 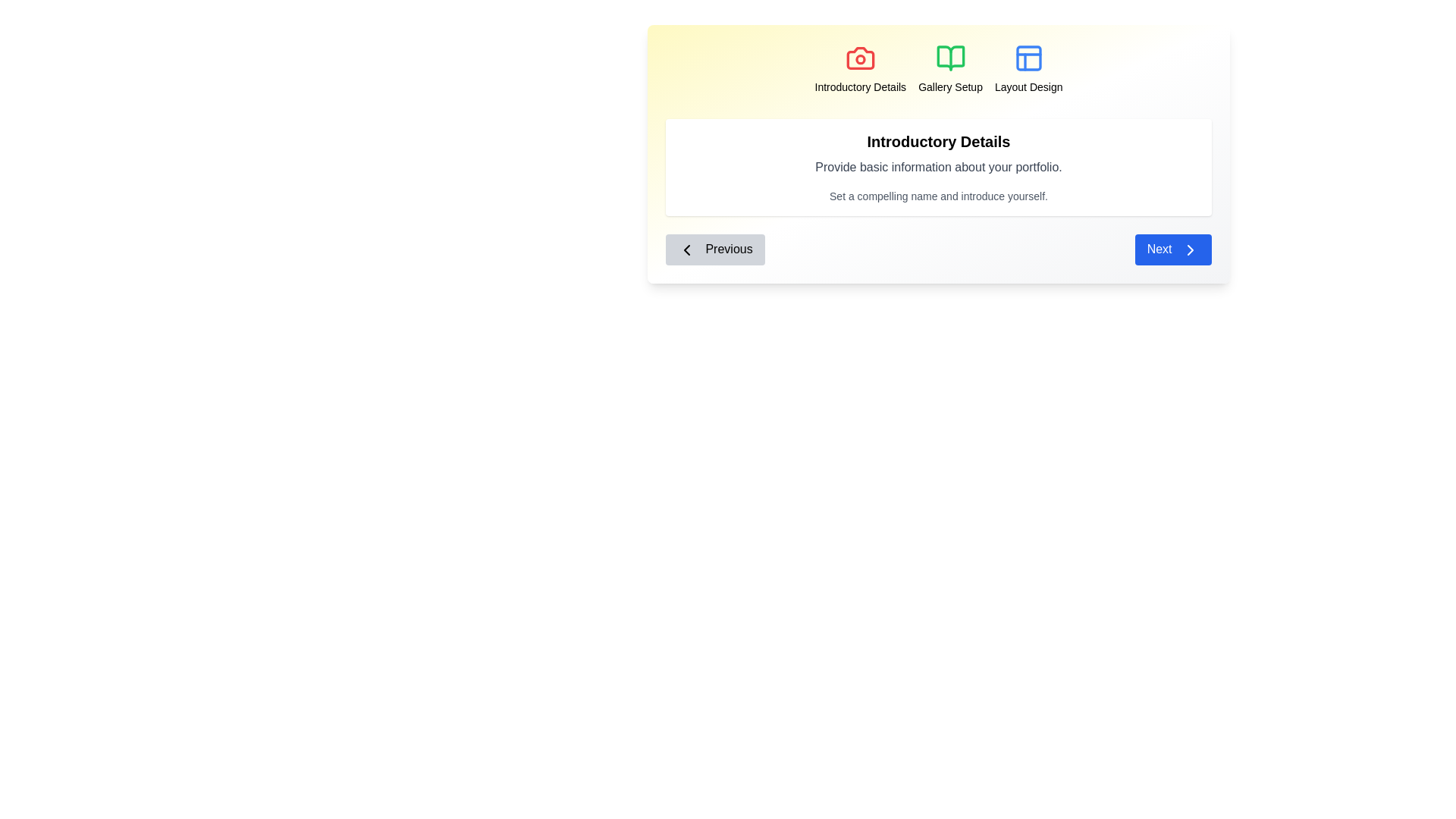 What do you see at coordinates (949, 87) in the screenshot?
I see `the static text label reading 'Gallery Setup', which is located below the green book icon in the navigation section` at bounding box center [949, 87].